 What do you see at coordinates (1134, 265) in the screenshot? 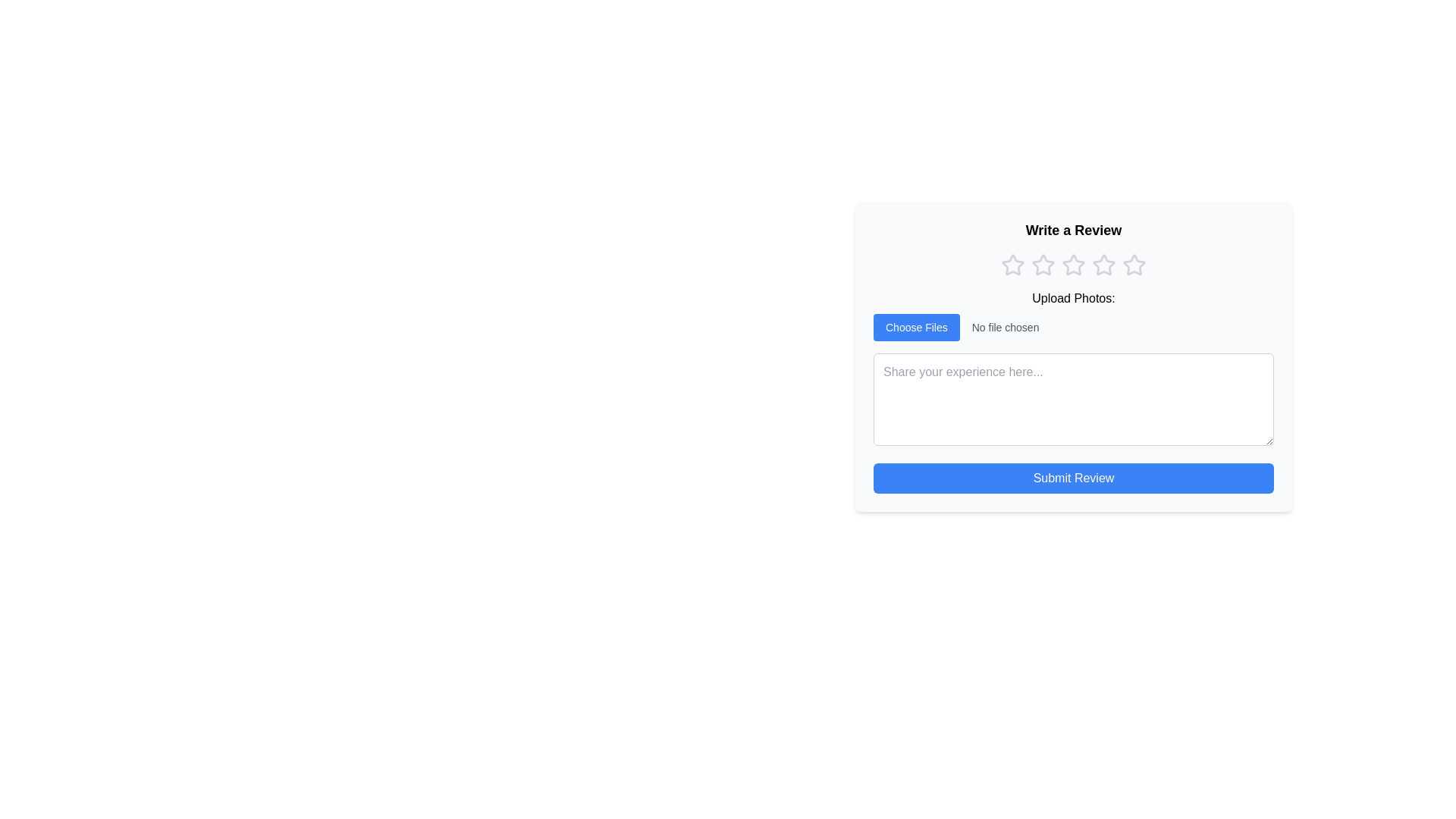
I see `the fifth and last star icon in the star rating widget` at bounding box center [1134, 265].